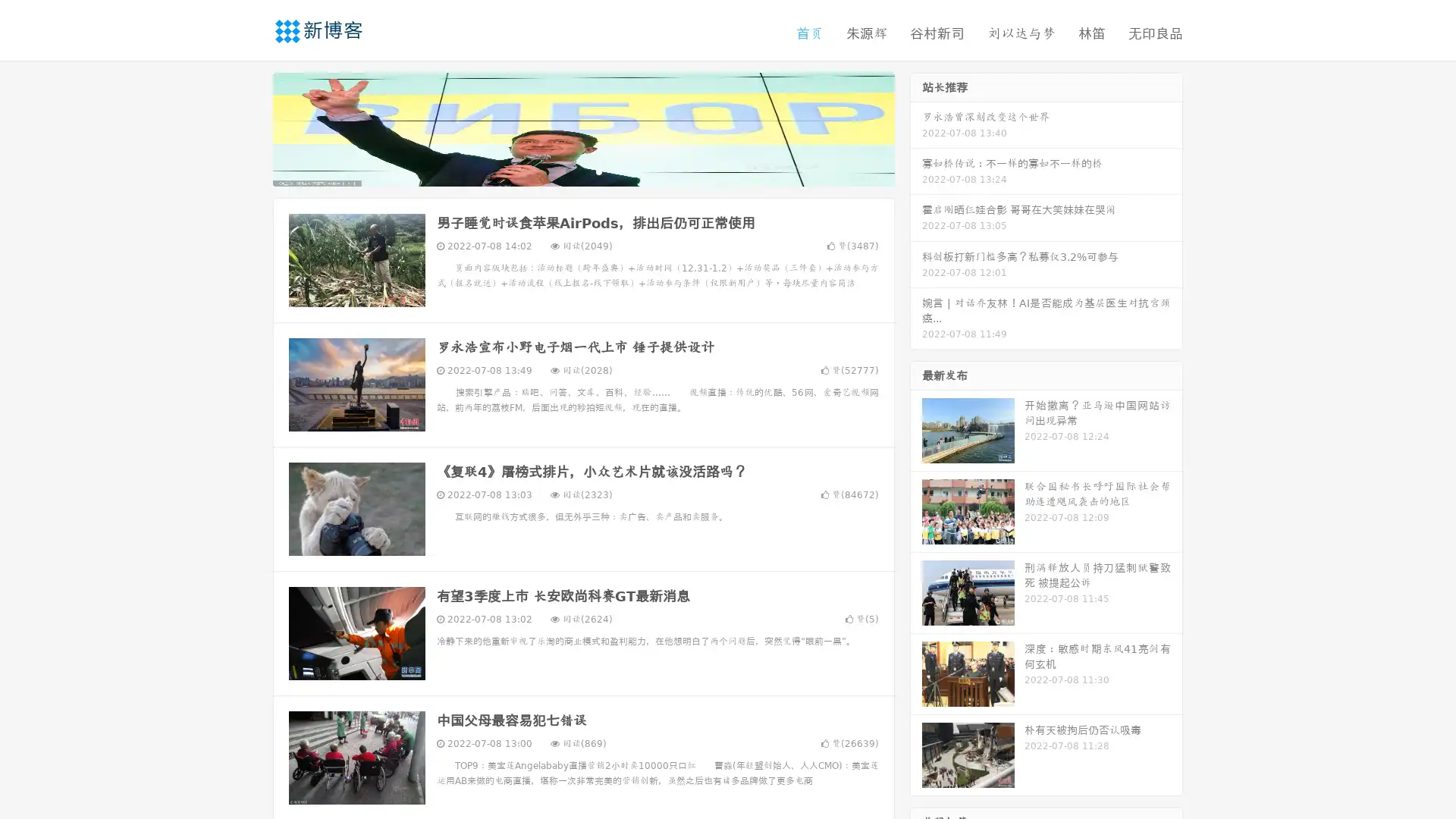 The height and width of the screenshot is (819, 1456). I want to click on Go to slide 1, so click(567, 171).